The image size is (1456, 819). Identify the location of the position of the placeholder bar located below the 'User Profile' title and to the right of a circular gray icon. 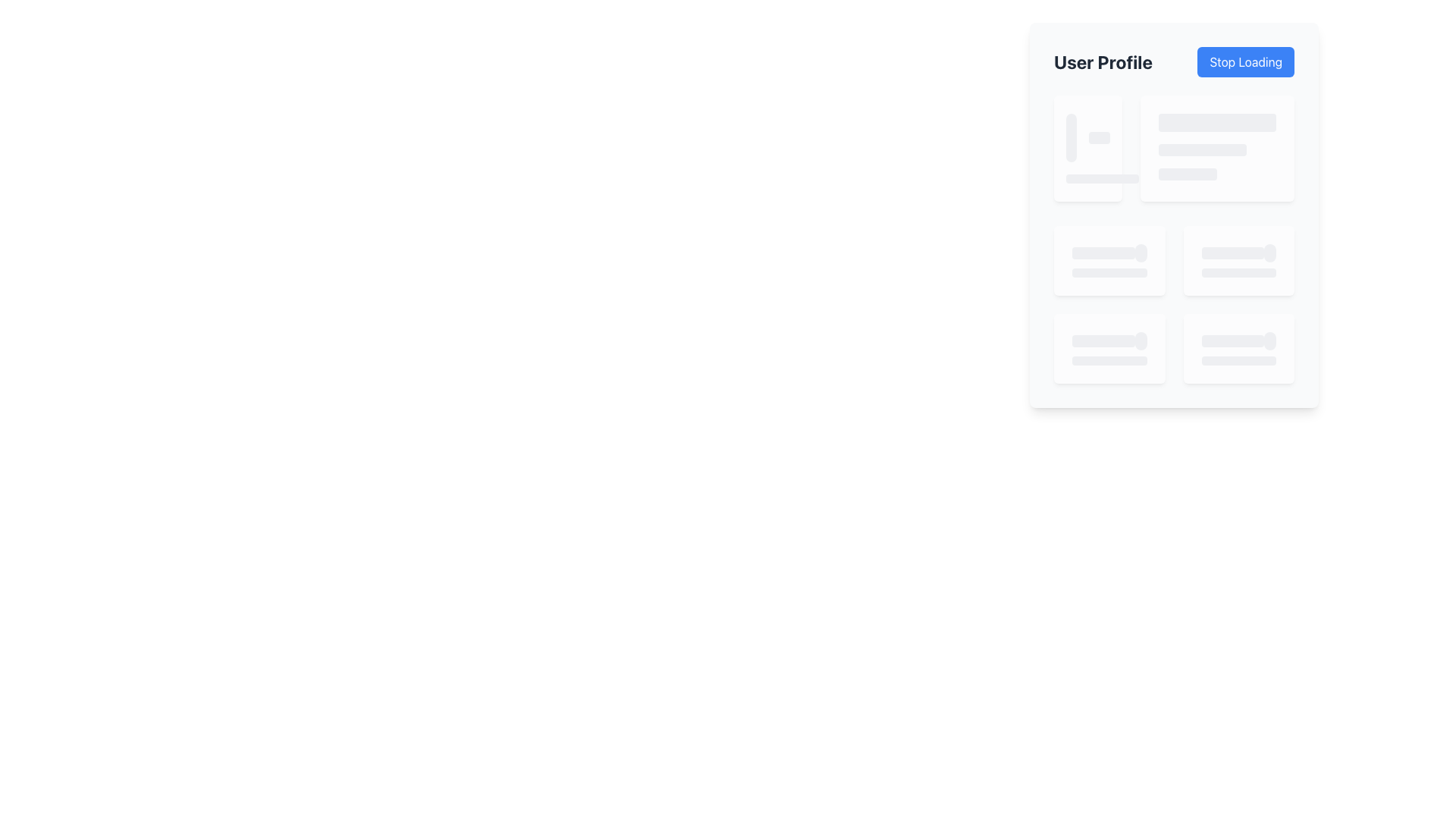
(1099, 137).